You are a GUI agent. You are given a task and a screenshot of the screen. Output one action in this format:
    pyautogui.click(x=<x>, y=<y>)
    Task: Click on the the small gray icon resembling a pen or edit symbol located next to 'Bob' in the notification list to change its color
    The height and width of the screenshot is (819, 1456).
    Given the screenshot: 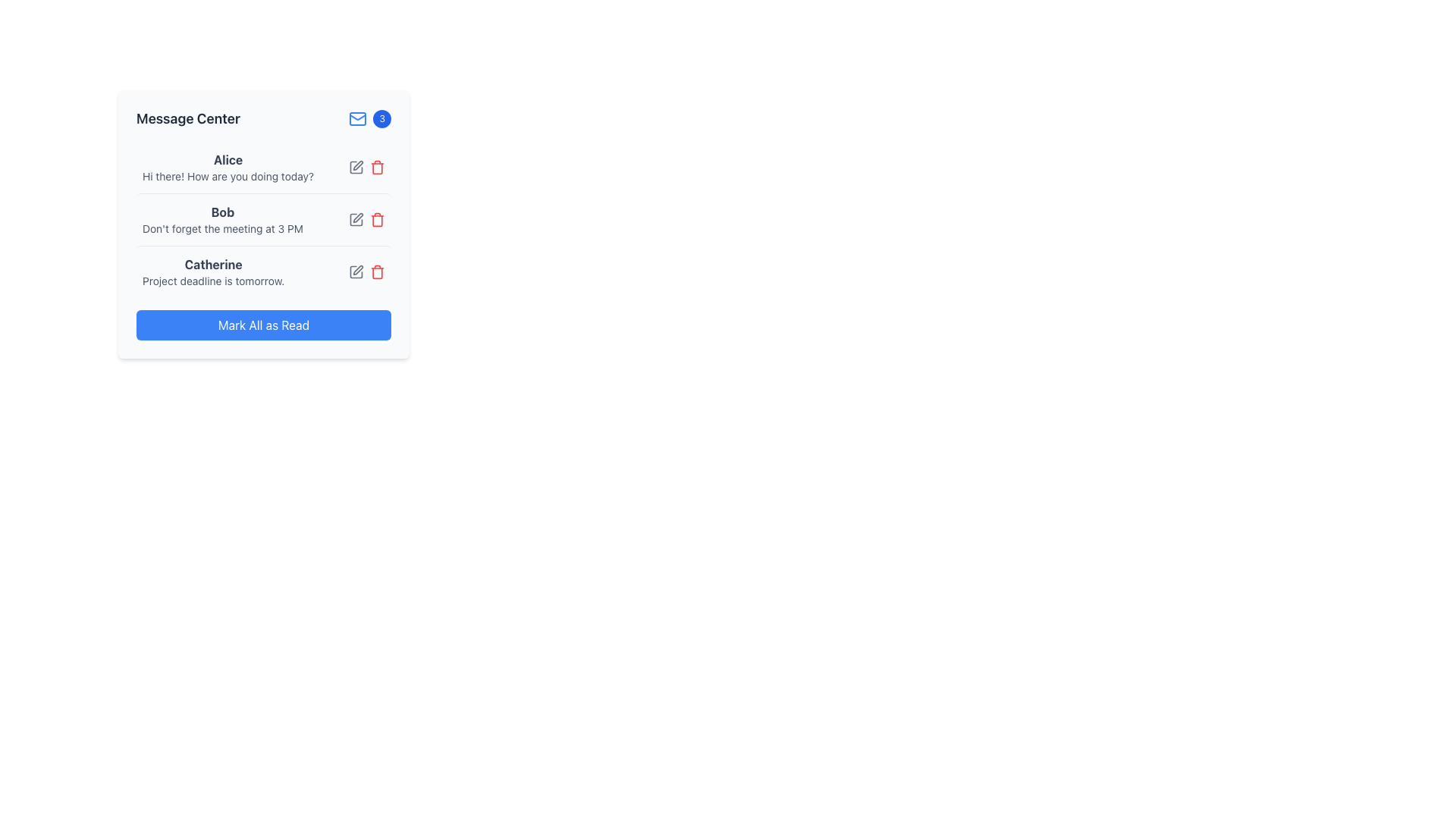 What is the action you would take?
    pyautogui.click(x=357, y=218)
    